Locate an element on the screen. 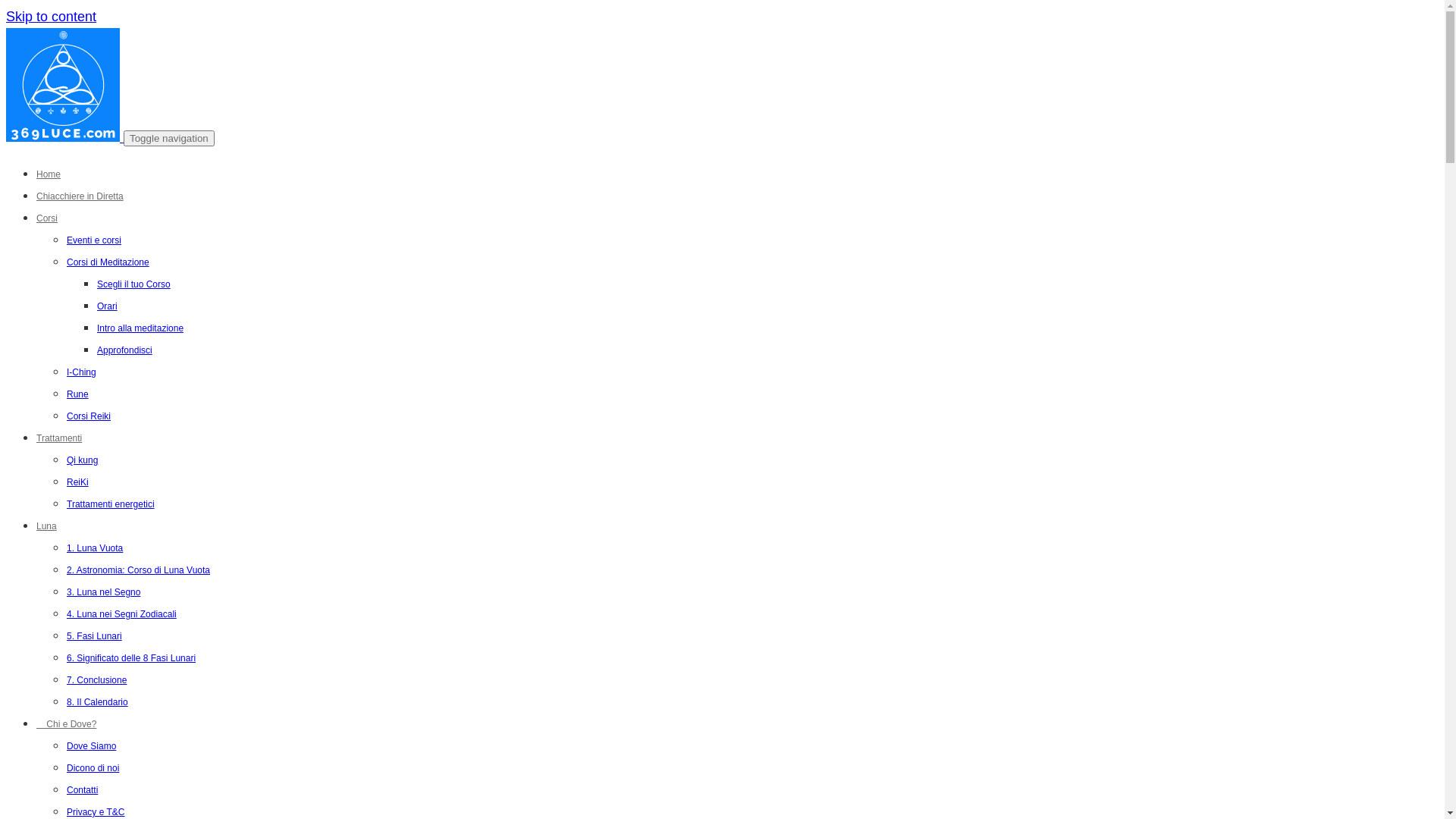 This screenshot has width=1456, height=819. '2. Astronomia: Corso di Luna Vuota' is located at coordinates (138, 570).